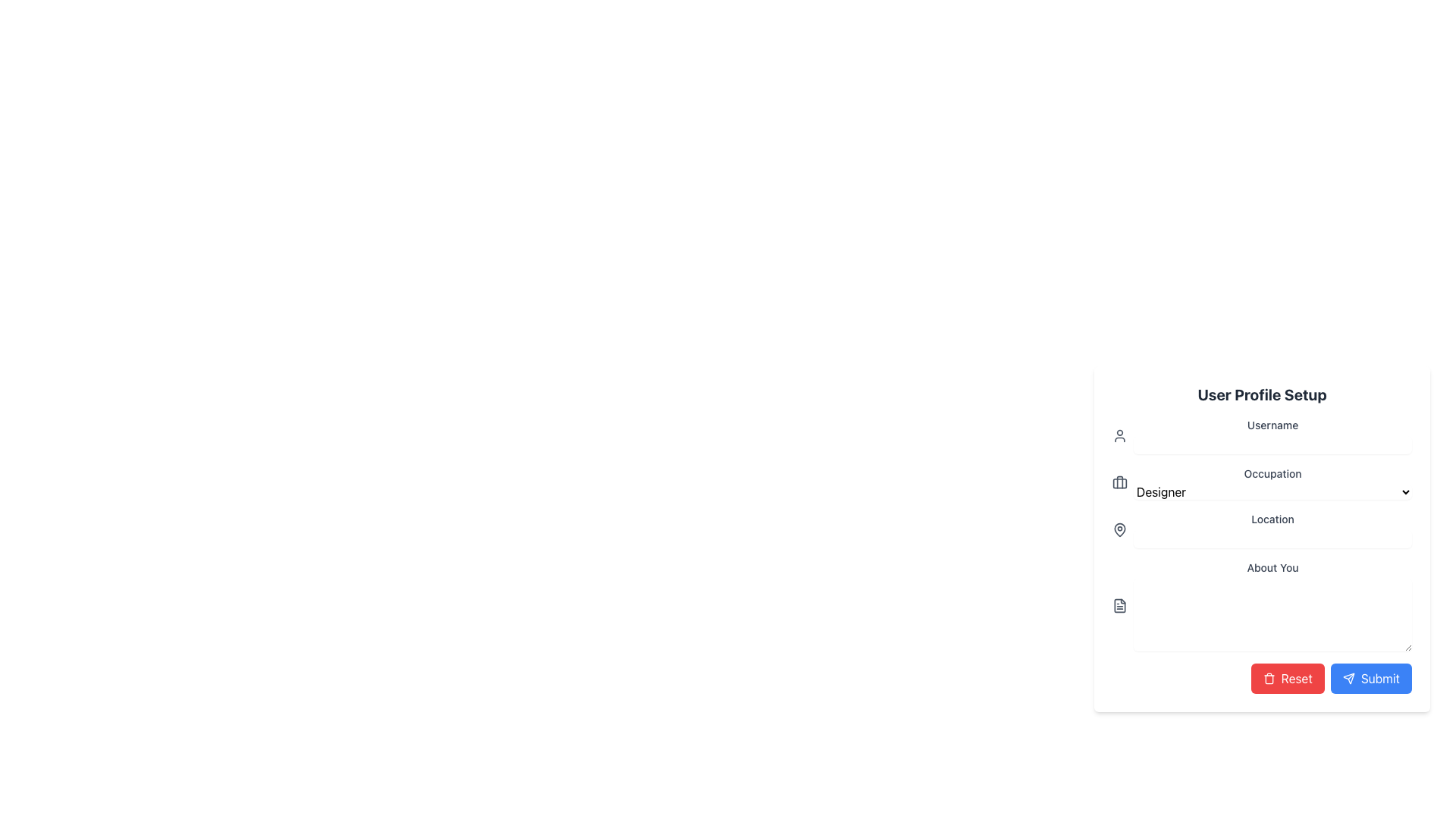 This screenshot has width=1456, height=819. Describe the element at coordinates (1120, 604) in the screenshot. I see `the gray file icon with a document-like shape located within the 'About You' section, positioned to the left of the text area input field` at that location.